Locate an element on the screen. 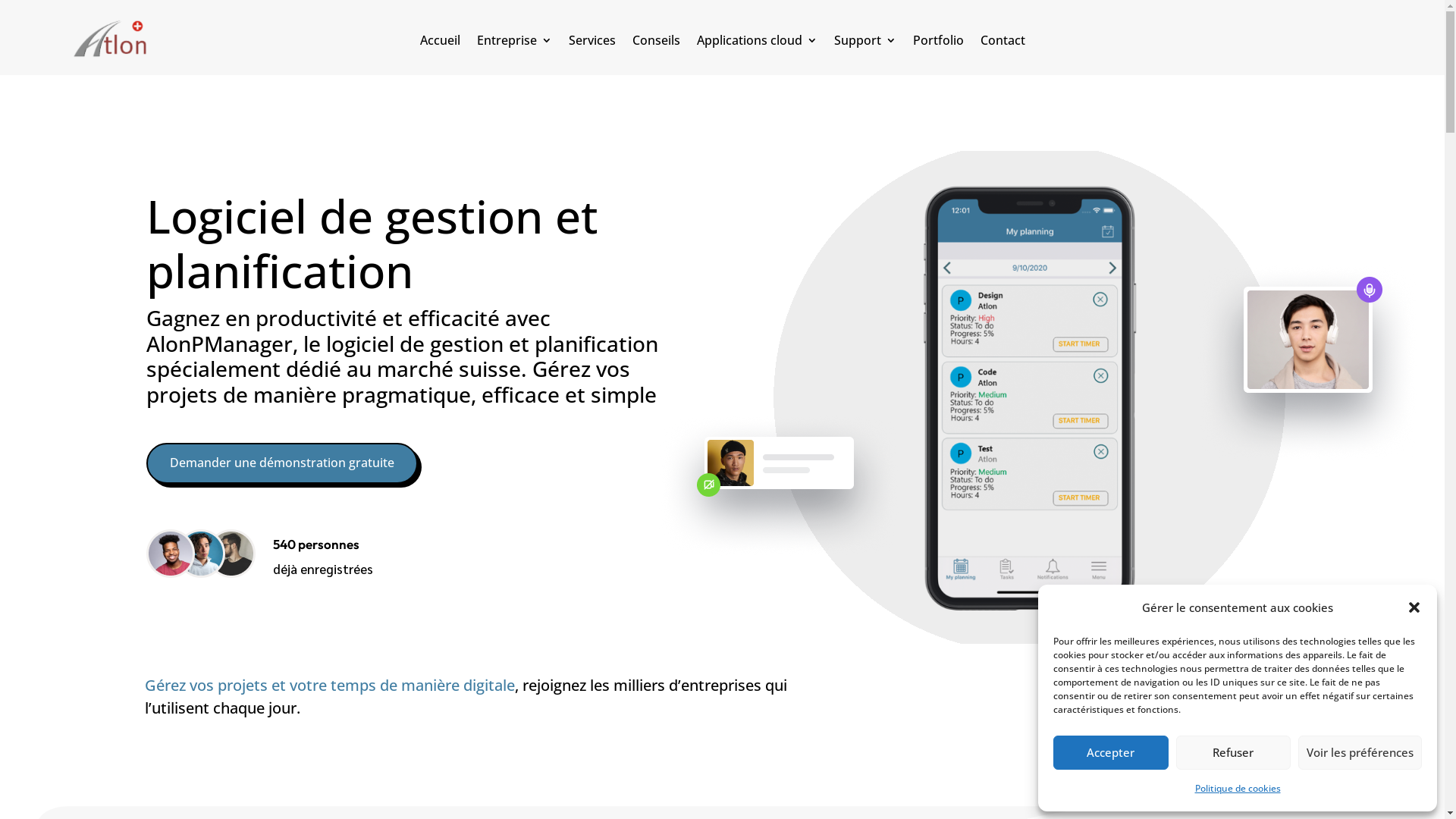 This screenshot has height=819, width=1456. 'Politique de cookies' is located at coordinates (1194, 788).